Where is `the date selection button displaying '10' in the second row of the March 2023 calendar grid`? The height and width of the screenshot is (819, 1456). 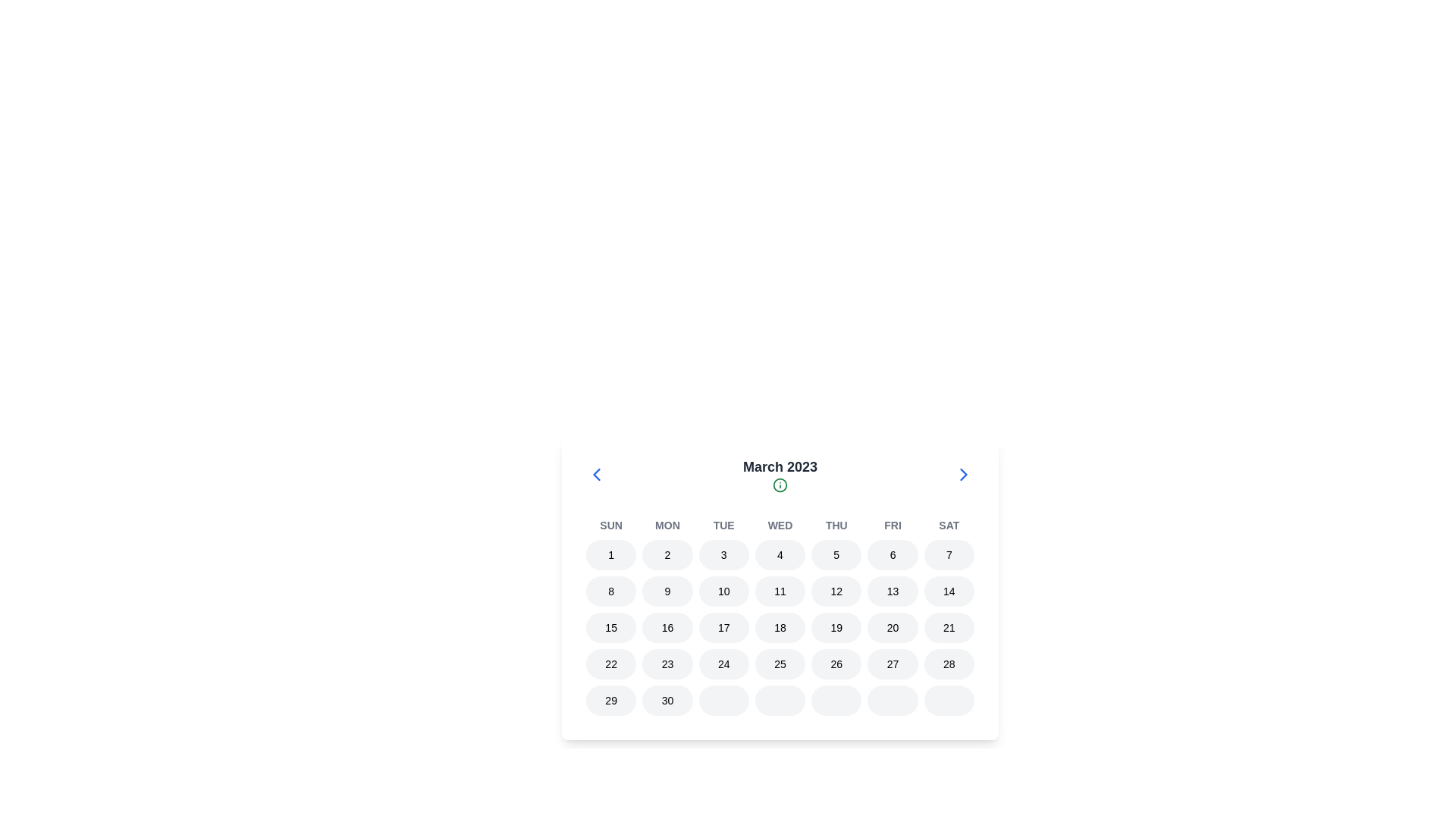 the date selection button displaying '10' in the second row of the March 2023 calendar grid is located at coordinates (723, 590).